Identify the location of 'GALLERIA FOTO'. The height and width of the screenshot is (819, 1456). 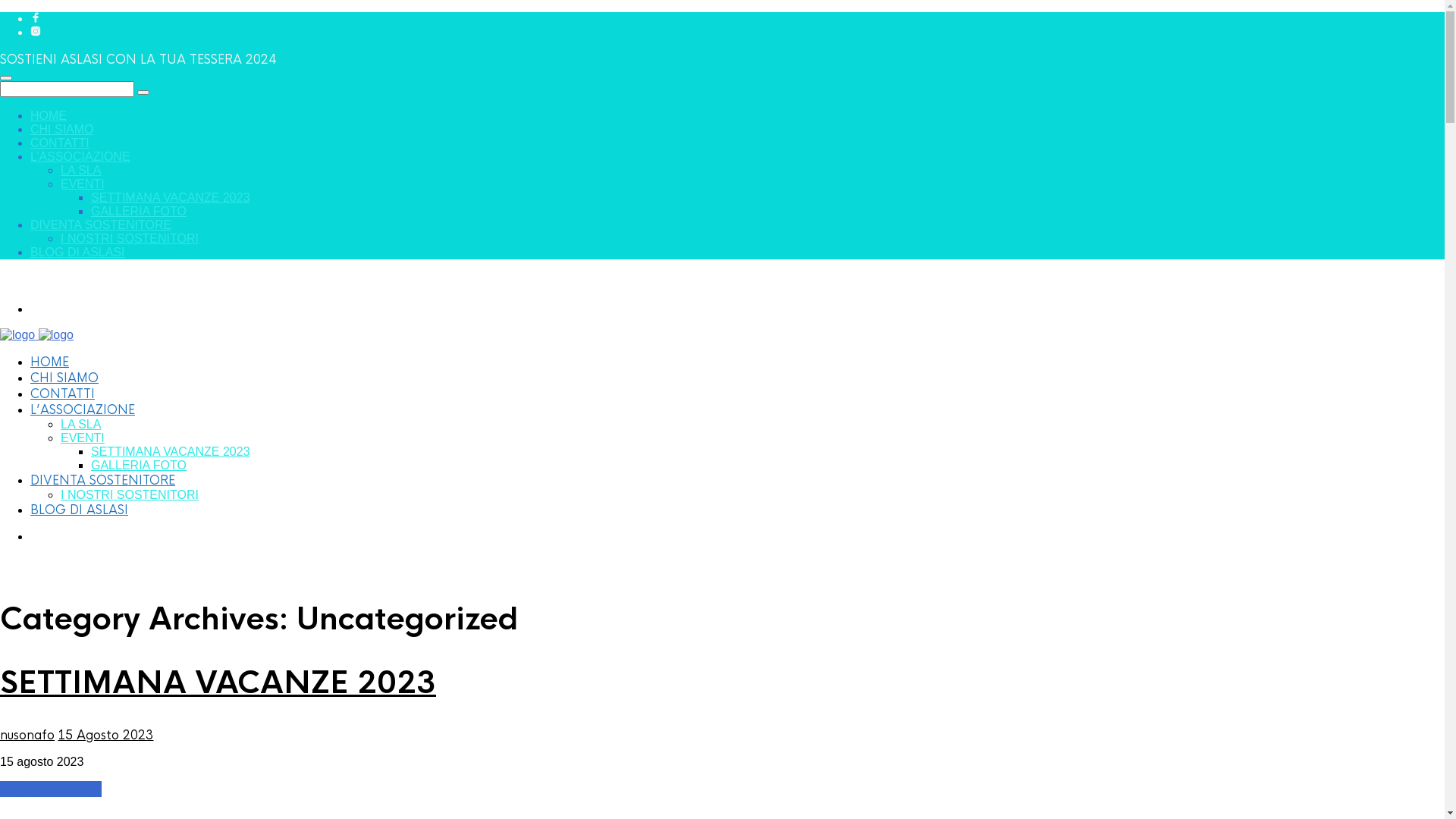
(90, 211).